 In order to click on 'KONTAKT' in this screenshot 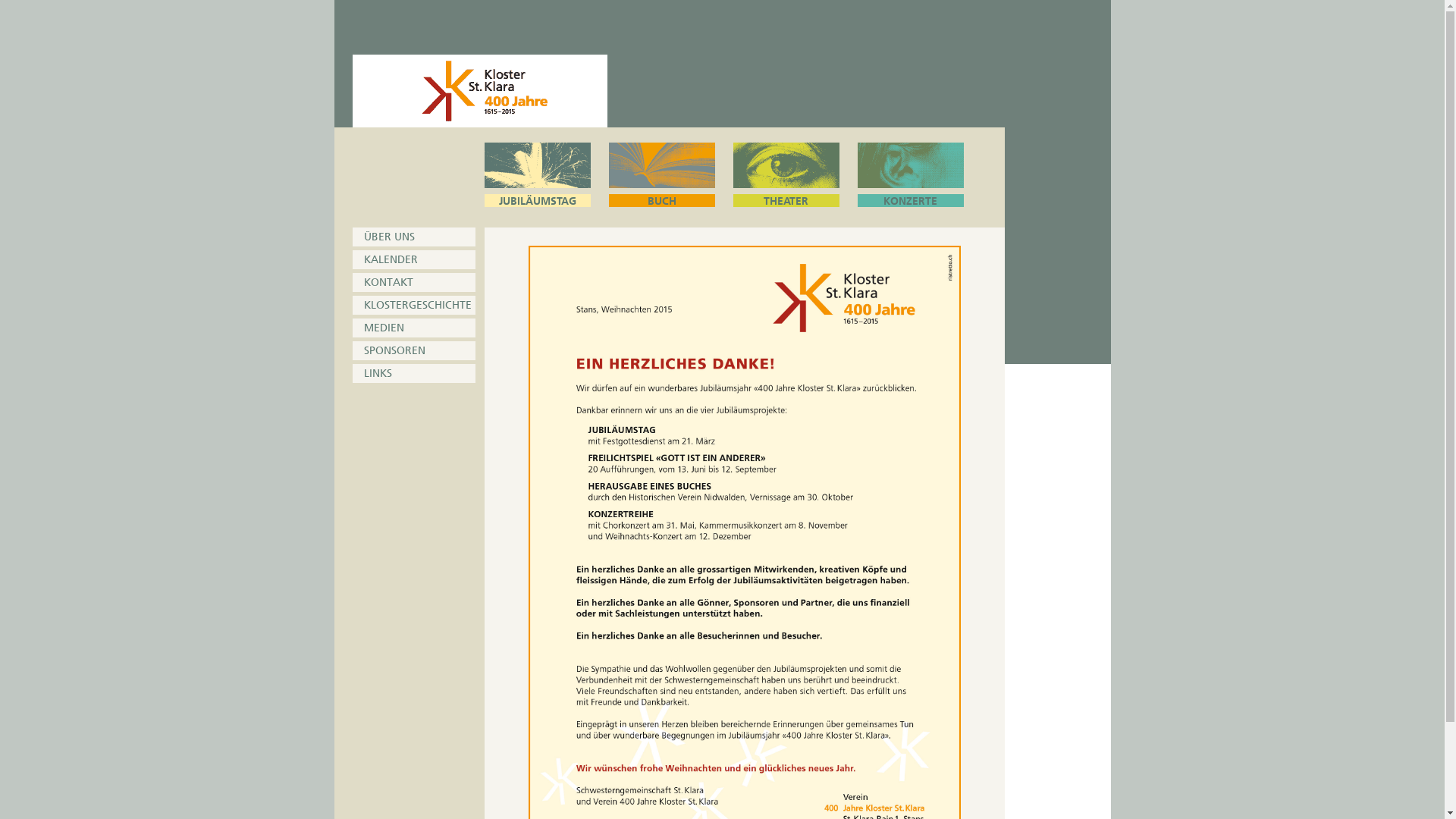, I will do `click(413, 282)`.